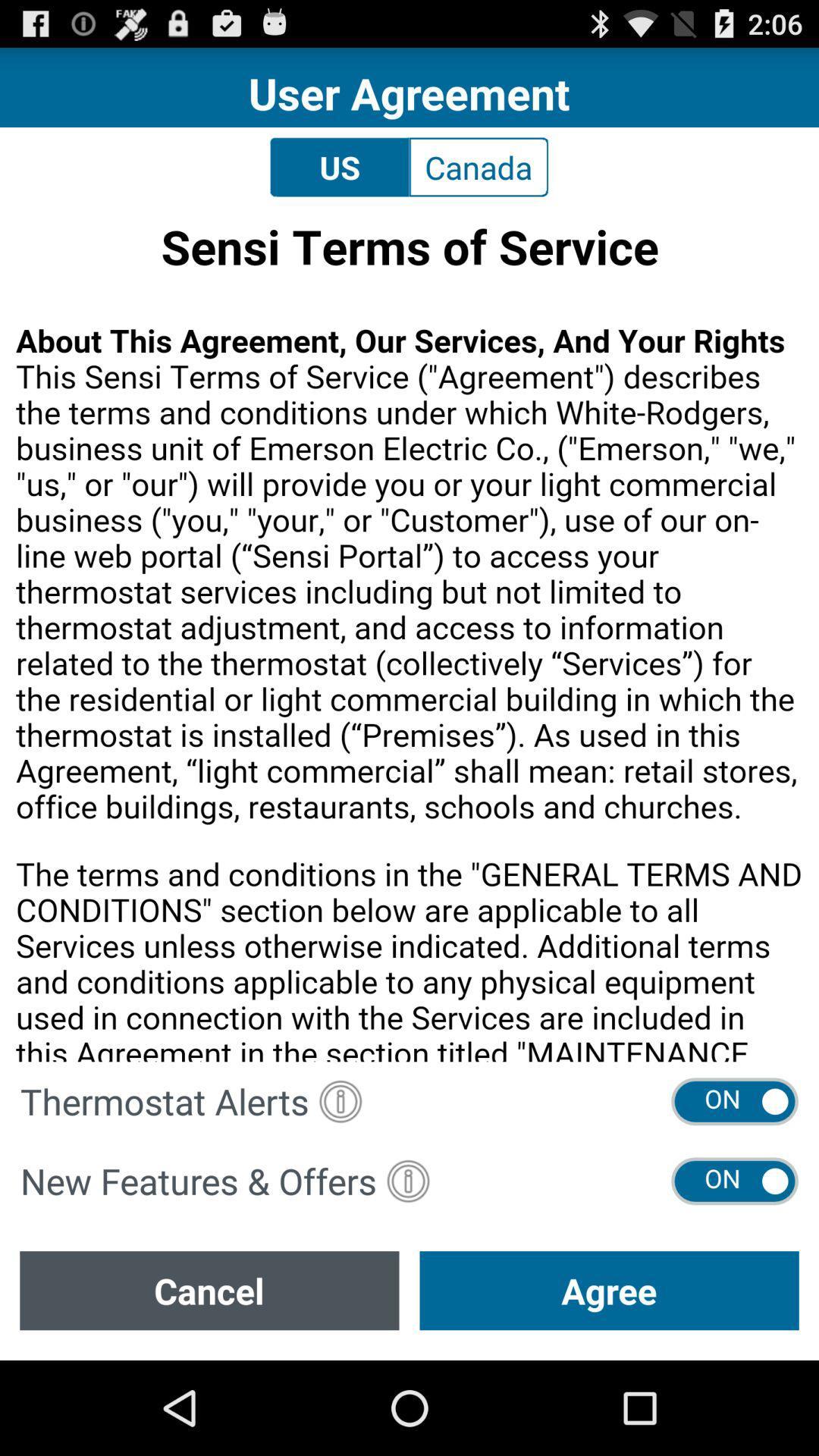  What do you see at coordinates (407, 1264) in the screenshot?
I see `the info icon` at bounding box center [407, 1264].